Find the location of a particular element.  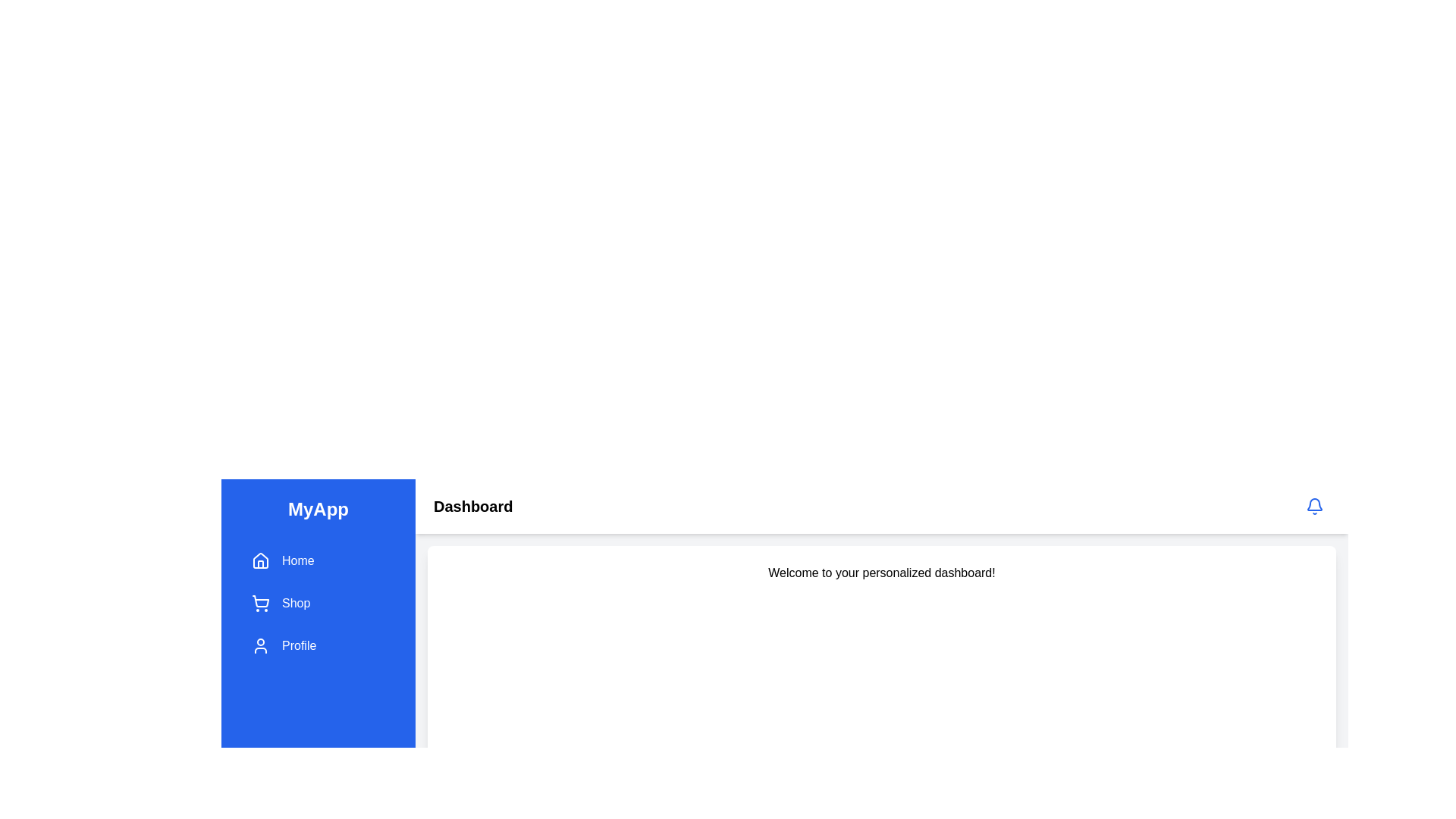

the Text Label that serves as a title or heading at the top left of the interface, providing context for the dashboard is located at coordinates (472, 506).